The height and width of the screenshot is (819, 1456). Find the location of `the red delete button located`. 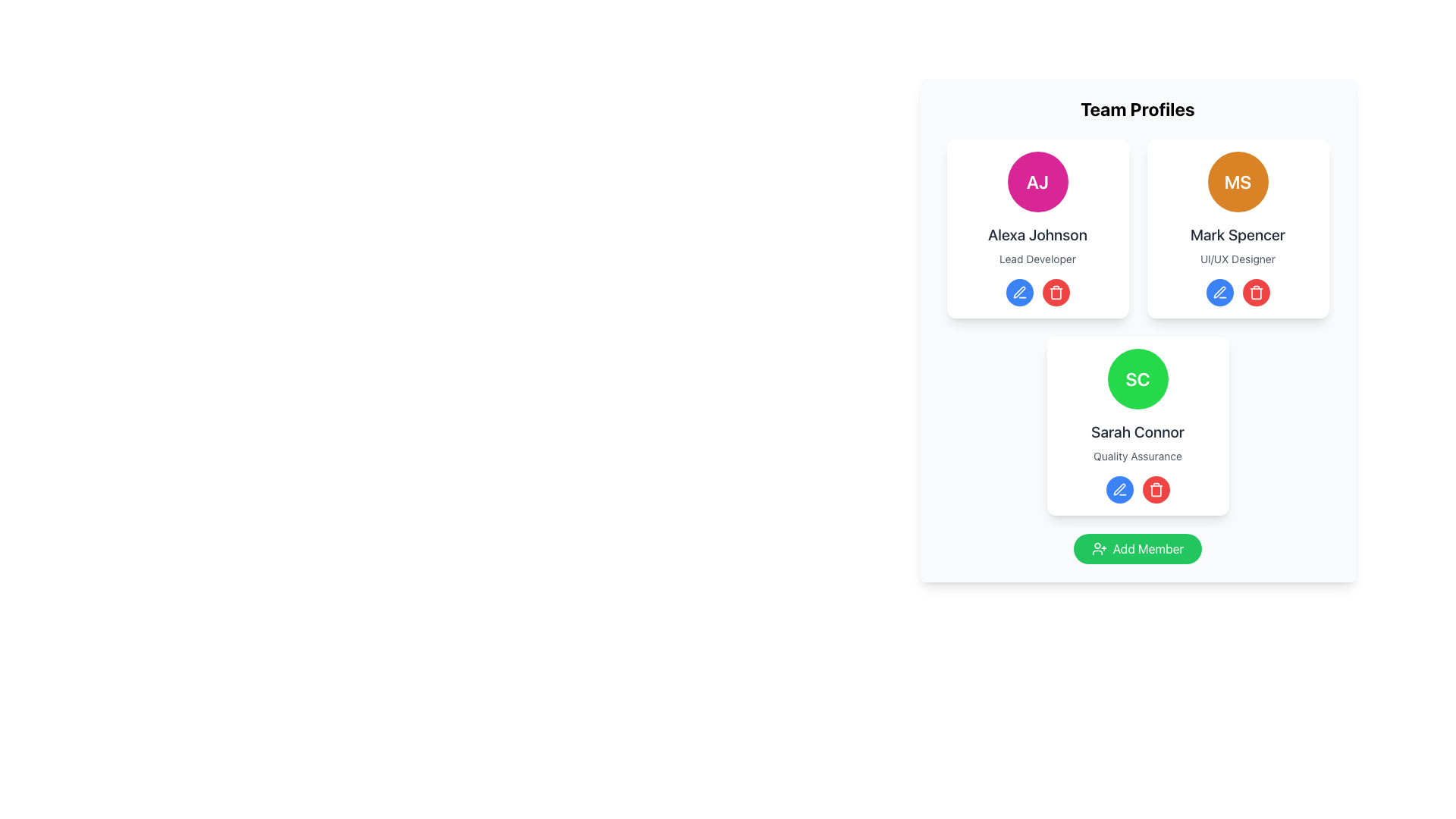

the red delete button located is located at coordinates (1055, 292).